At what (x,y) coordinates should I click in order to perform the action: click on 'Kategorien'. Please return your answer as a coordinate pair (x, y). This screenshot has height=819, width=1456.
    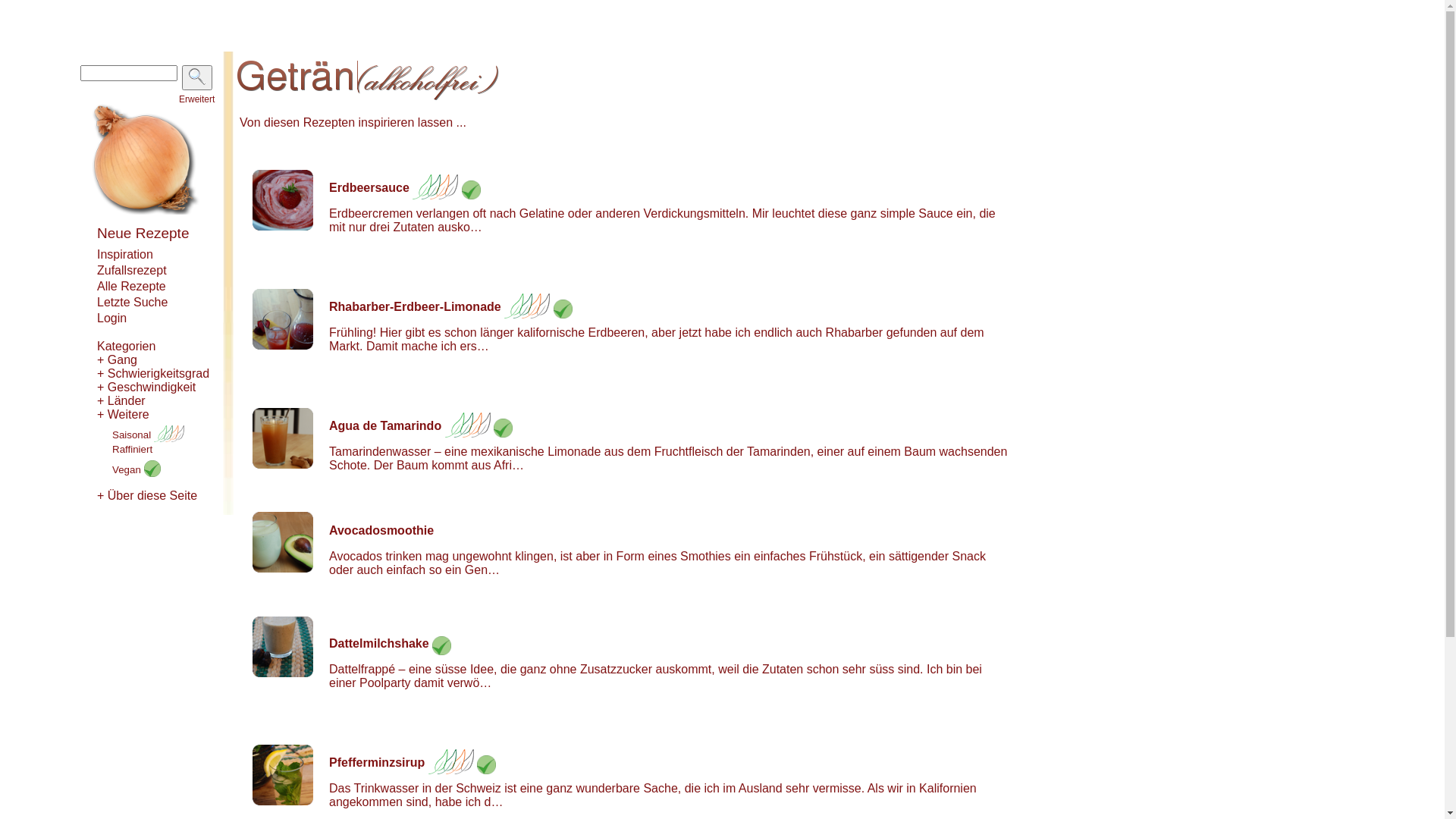
    Looking at the image, I should click on (126, 346).